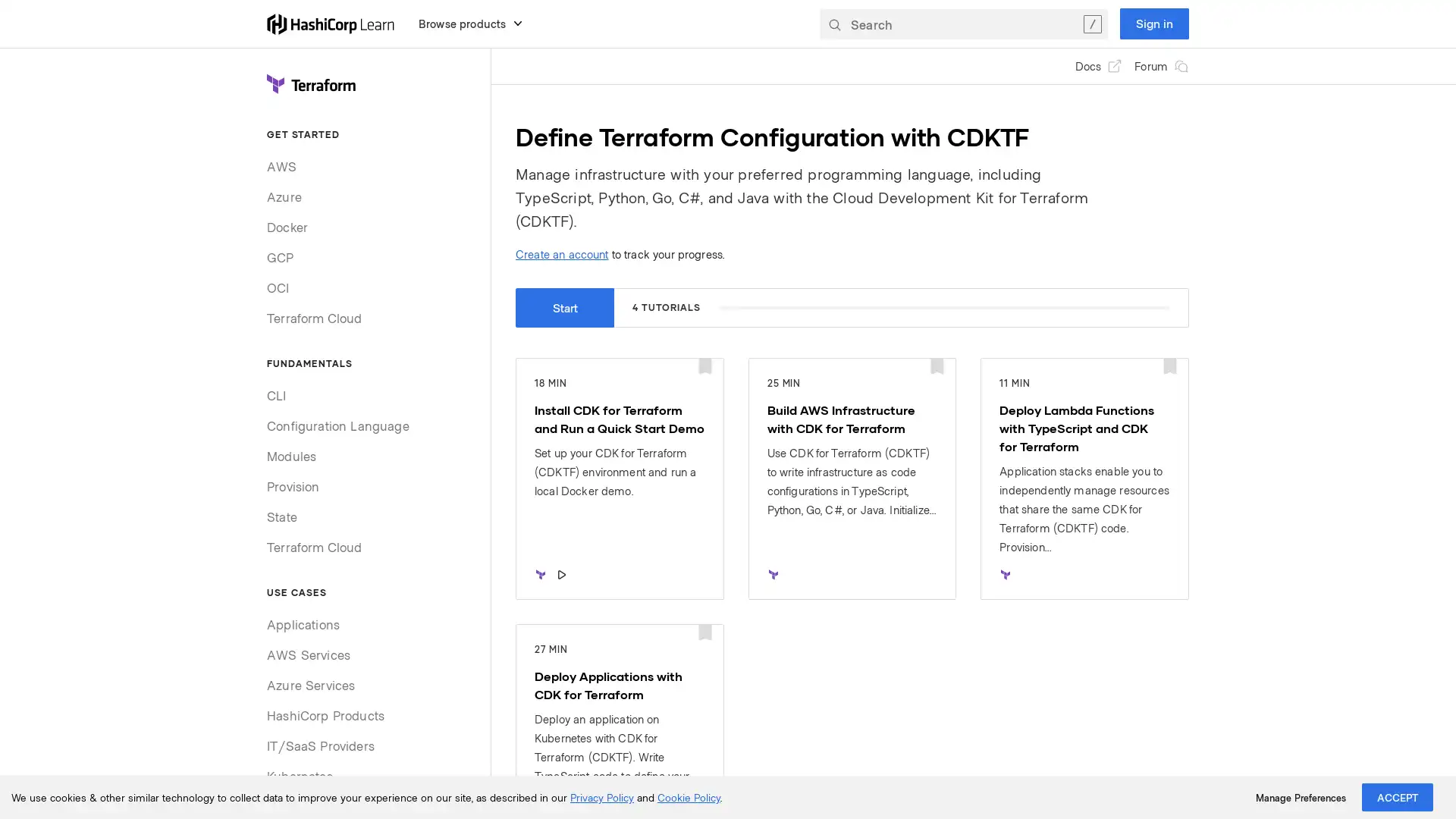 This screenshot has height=819, width=1456. Describe the element at coordinates (704, 367) in the screenshot. I see `Add bookmark for: Install CDK for Terraform and Run a Quick Start Demo` at that location.